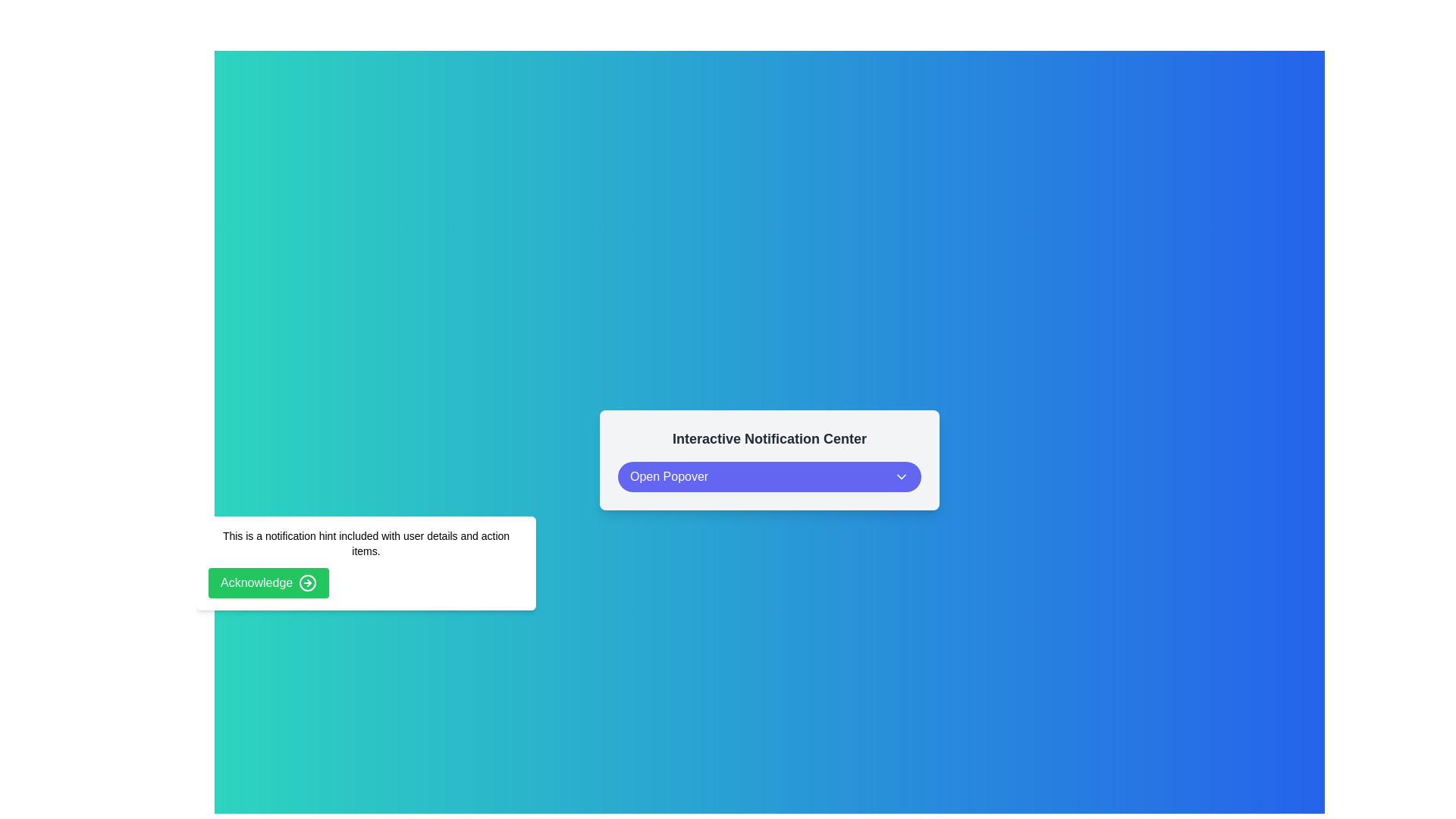  What do you see at coordinates (268, 582) in the screenshot?
I see `the 'Acknowledge' button, which is a rectangular button with bold white text on a bright green background, located at the bottom-left of the notification box` at bounding box center [268, 582].